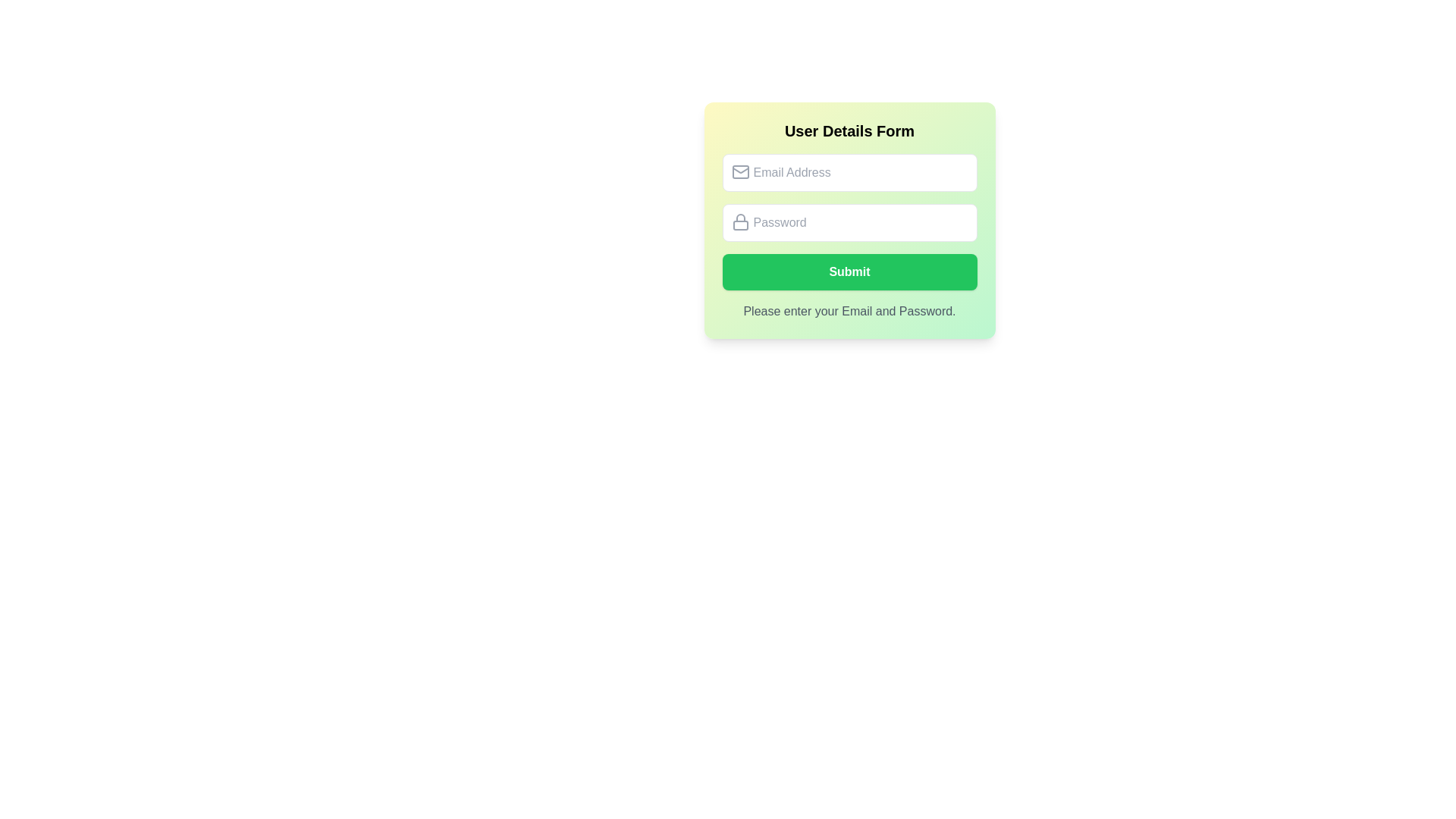 The height and width of the screenshot is (819, 1456). Describe the element at coordinates (740, 171) in the screenshot. I see `the main rectangular body of the envelope-shaped icon located to the left of the 'Email Address' text input field` at that location.